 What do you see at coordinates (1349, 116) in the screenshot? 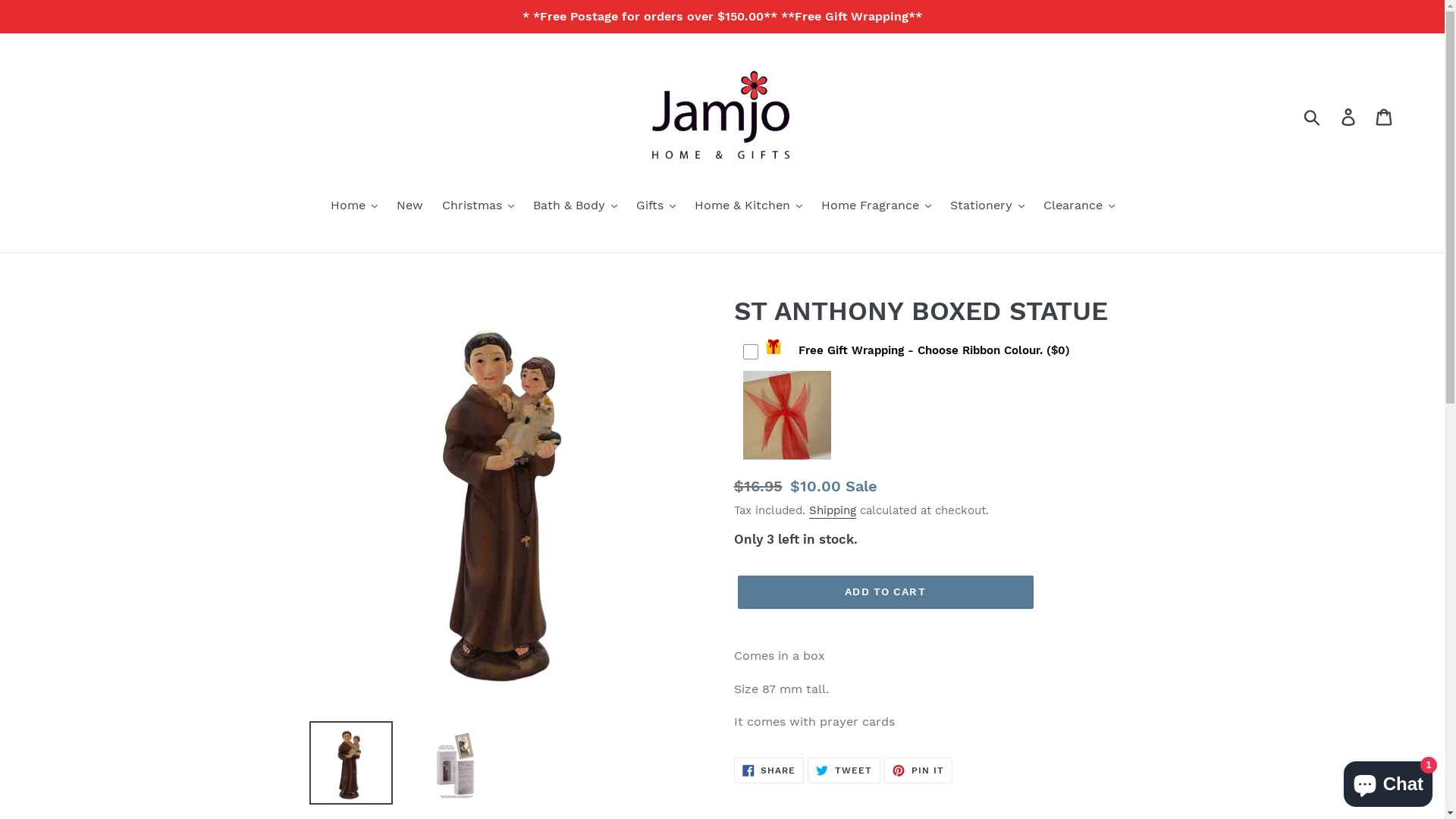
I see `'Log in'` at bounding box center [1349, 116].